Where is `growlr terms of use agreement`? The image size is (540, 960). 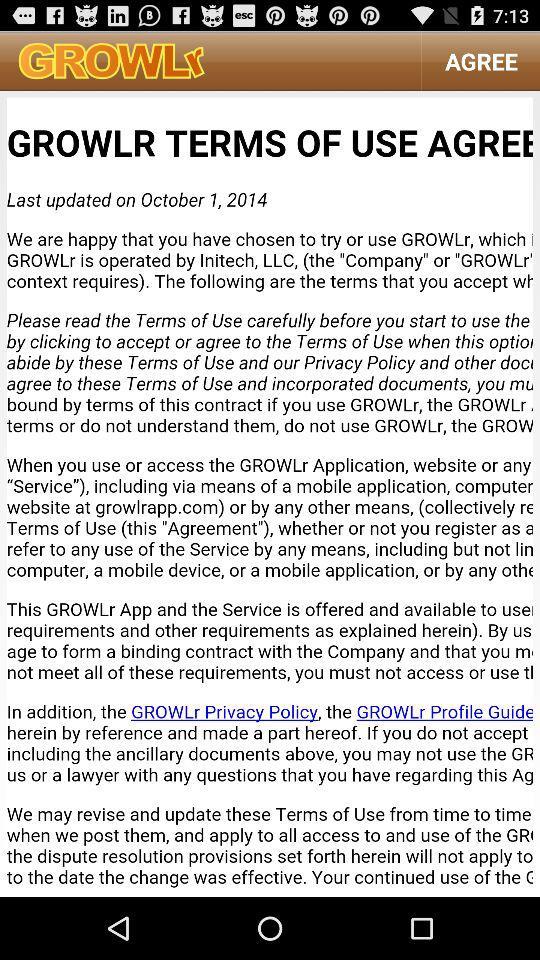
growlr terms of use agreement is located at coordinates (270, 492).